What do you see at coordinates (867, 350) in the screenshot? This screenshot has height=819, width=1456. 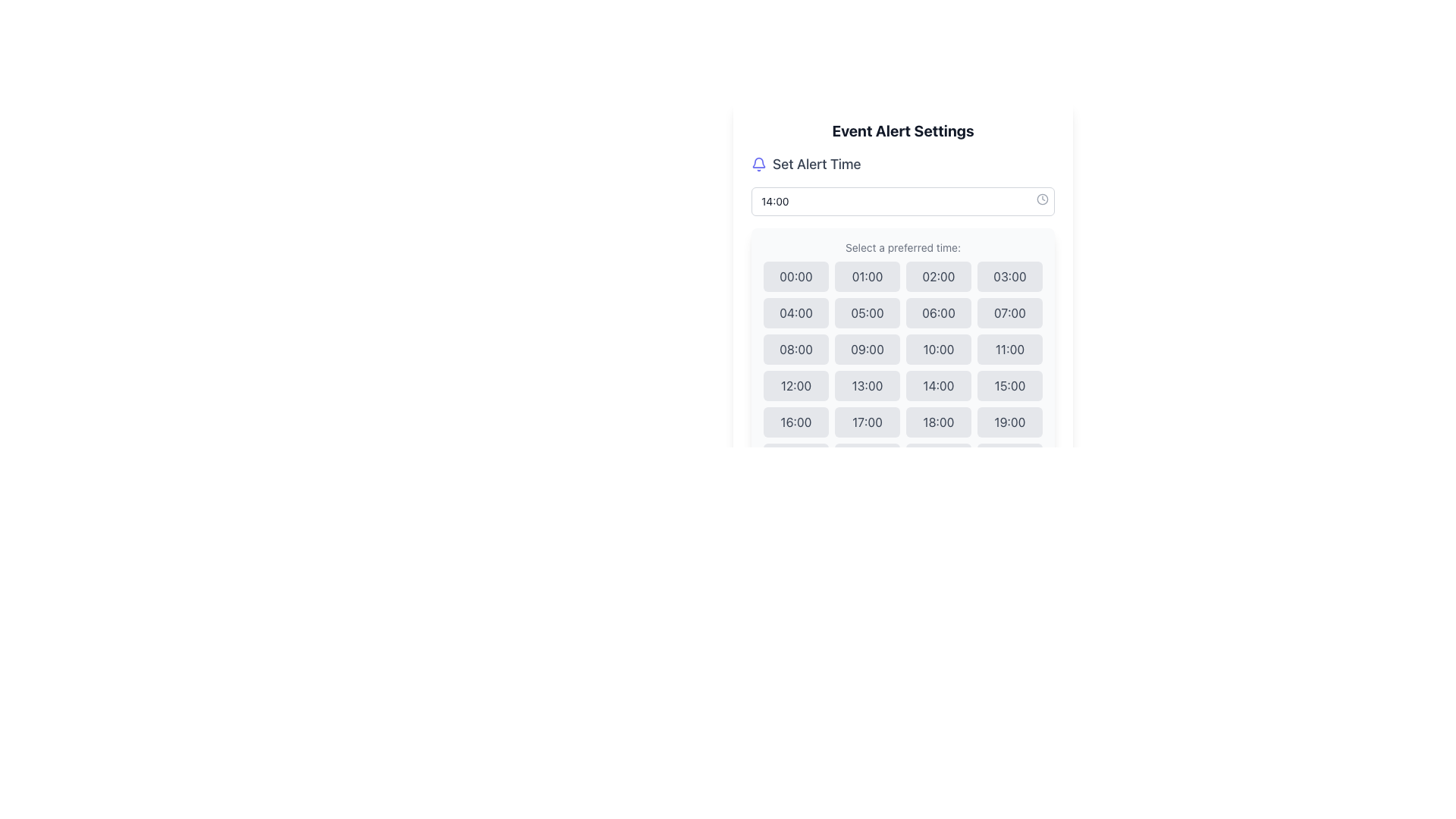 I see `the button representing the selectable time option '09:00'` at bounding box center [867, 350].